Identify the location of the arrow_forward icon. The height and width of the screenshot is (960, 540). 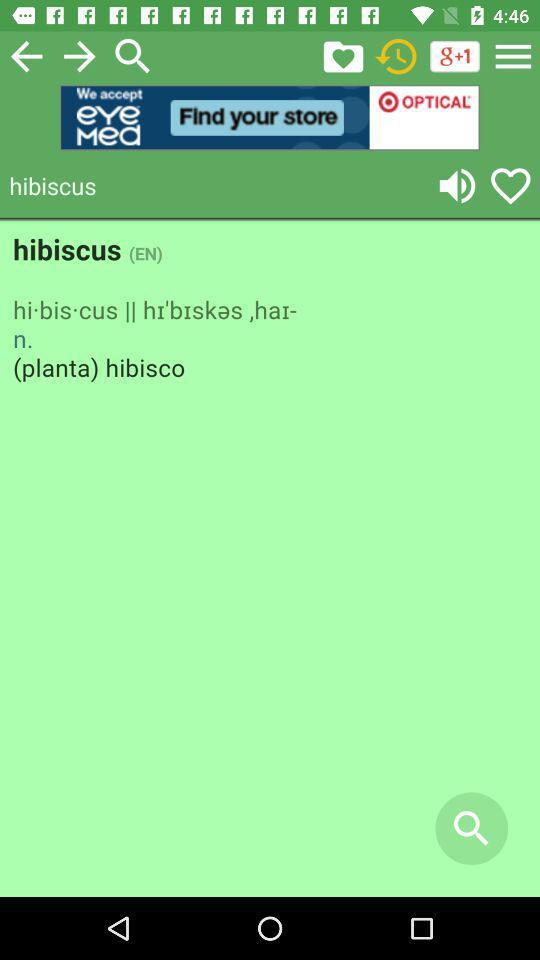
(78, 55).